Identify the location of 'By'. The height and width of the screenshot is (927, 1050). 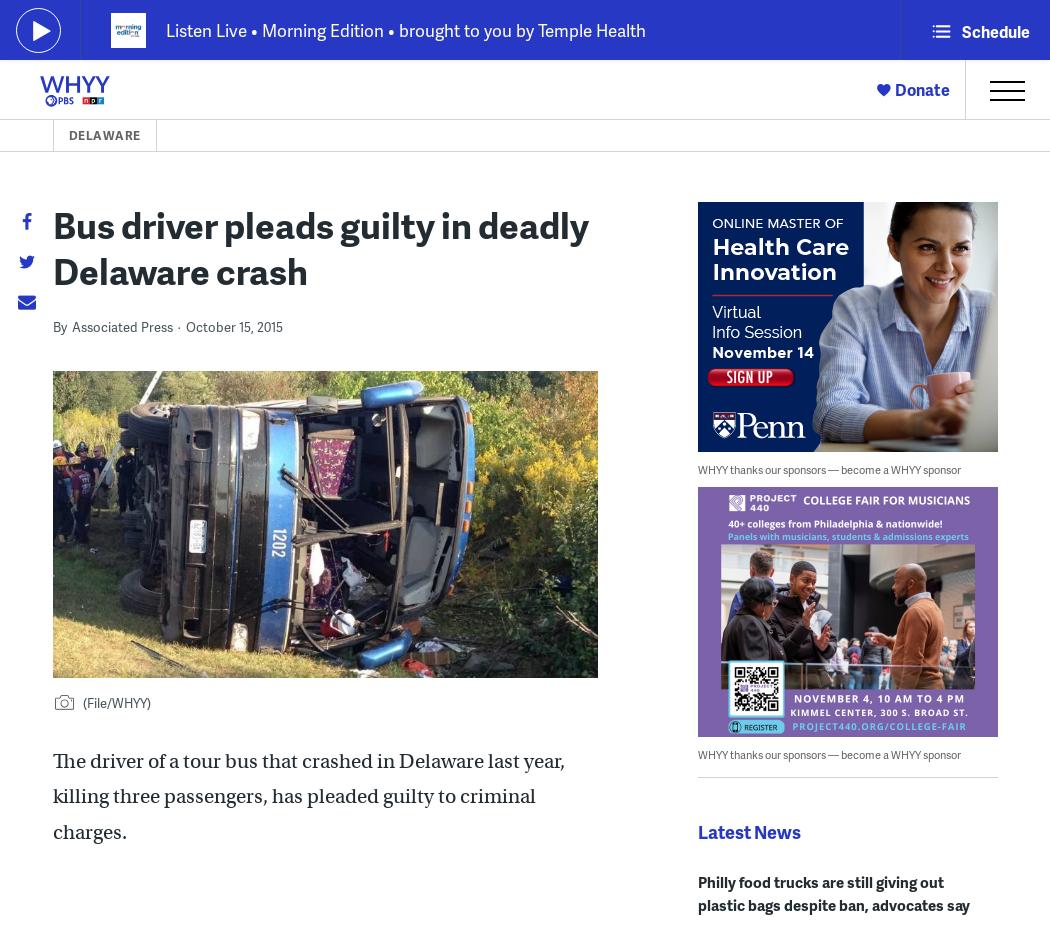
(58, 326).